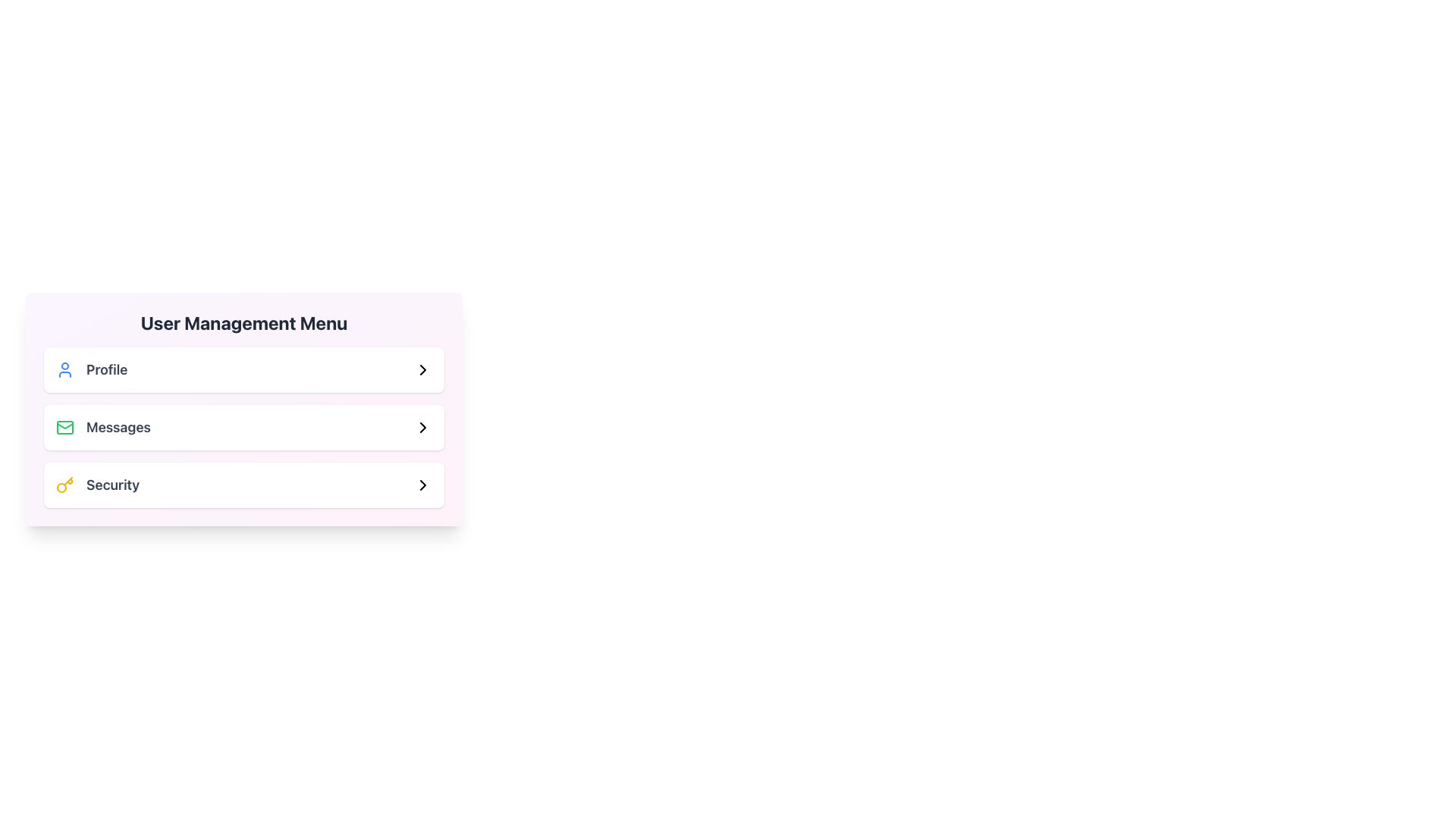 This screenshot has width=1456, height=819. I want to click on the bold text label that reads 'Profile' in the User Management Menu panel, located to the right of the blue user icon, so click(106, 370).